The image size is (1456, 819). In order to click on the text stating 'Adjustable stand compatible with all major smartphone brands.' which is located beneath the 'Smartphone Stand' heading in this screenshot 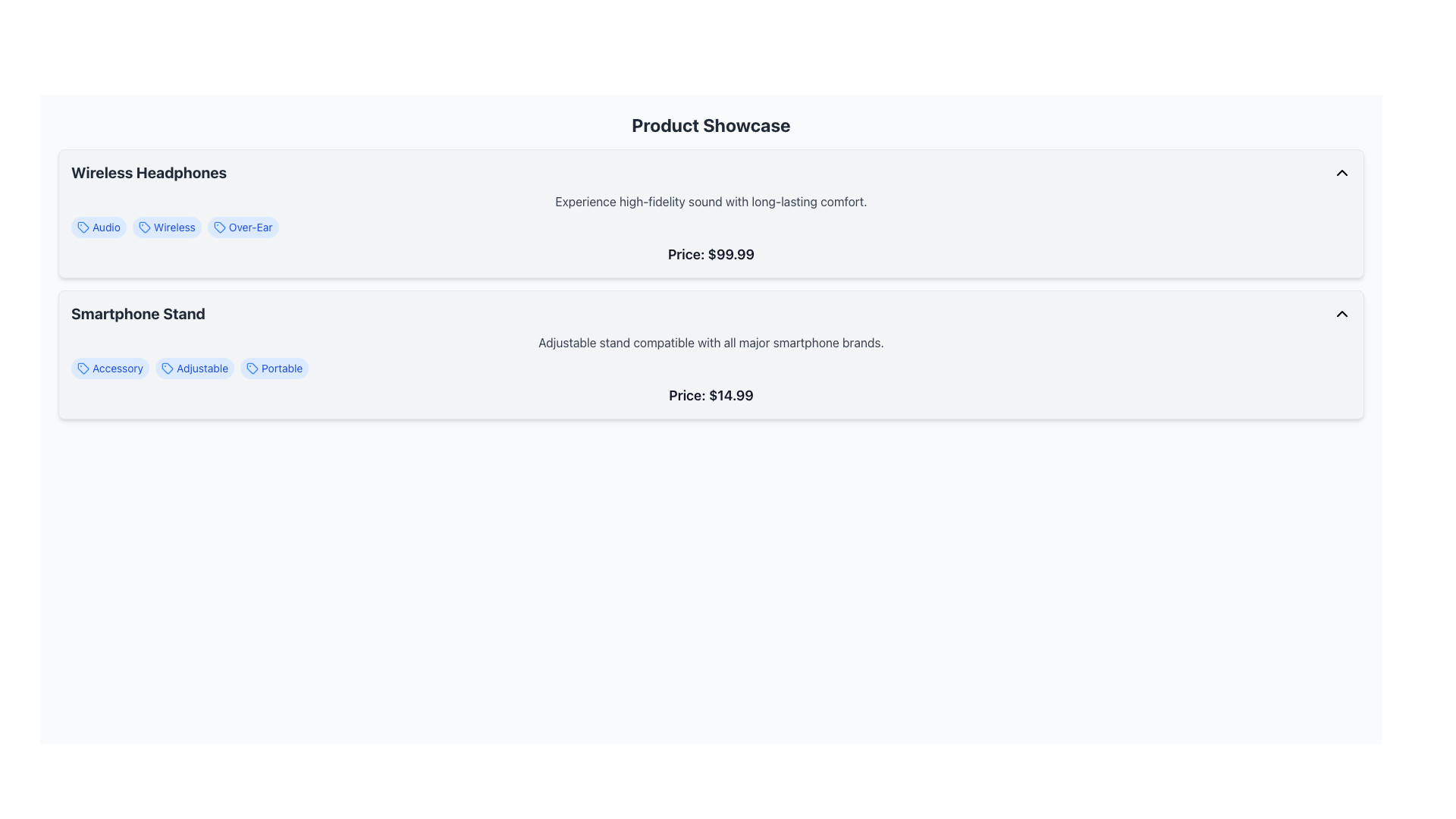, I will do `click(710, 342)`.